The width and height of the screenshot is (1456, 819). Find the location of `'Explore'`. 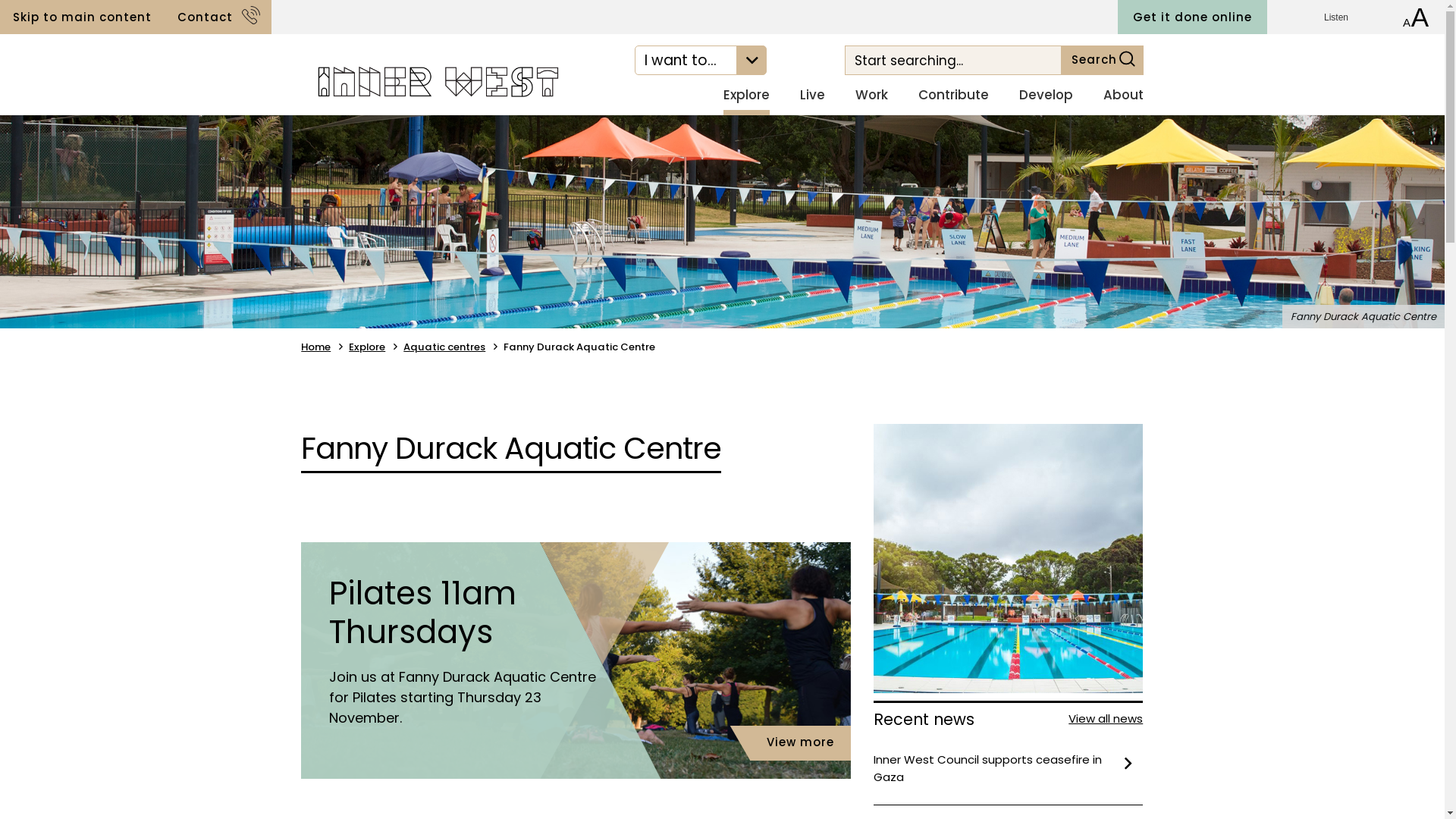

'Explore' is located at coordinates (348, 347).